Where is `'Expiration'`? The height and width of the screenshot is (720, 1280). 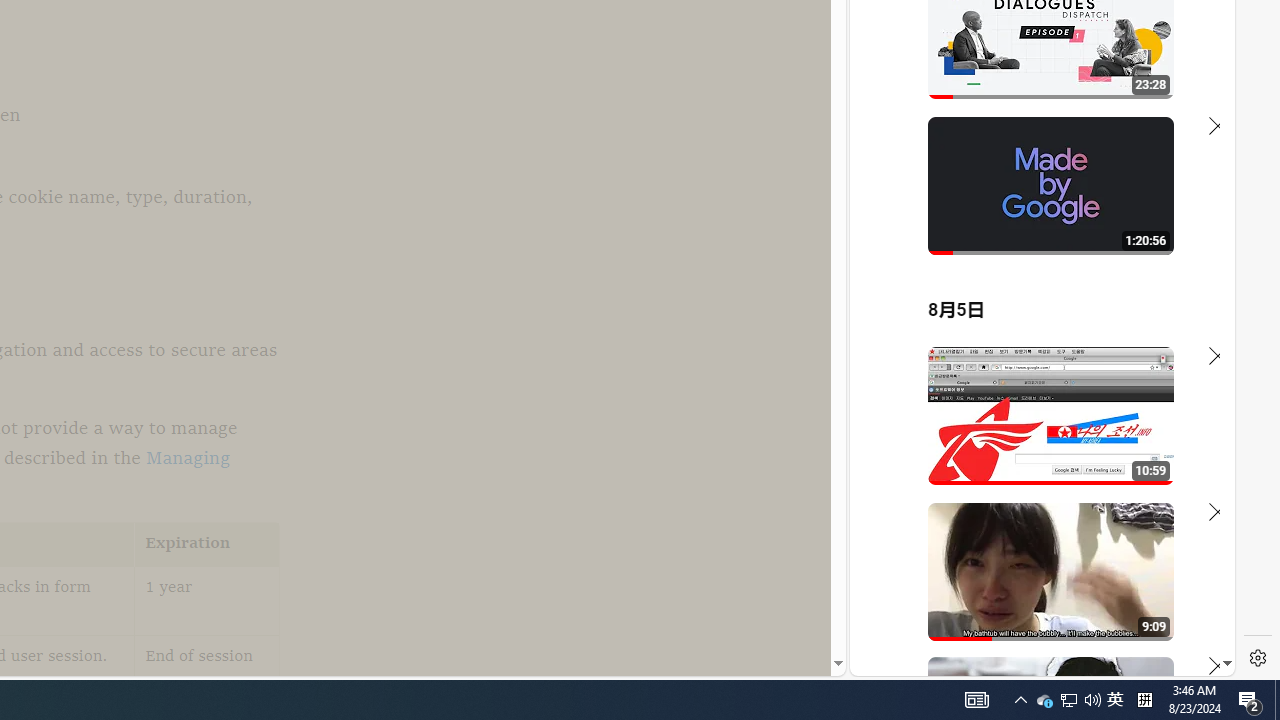
'Expiration' is located at coordinates (207, 544).